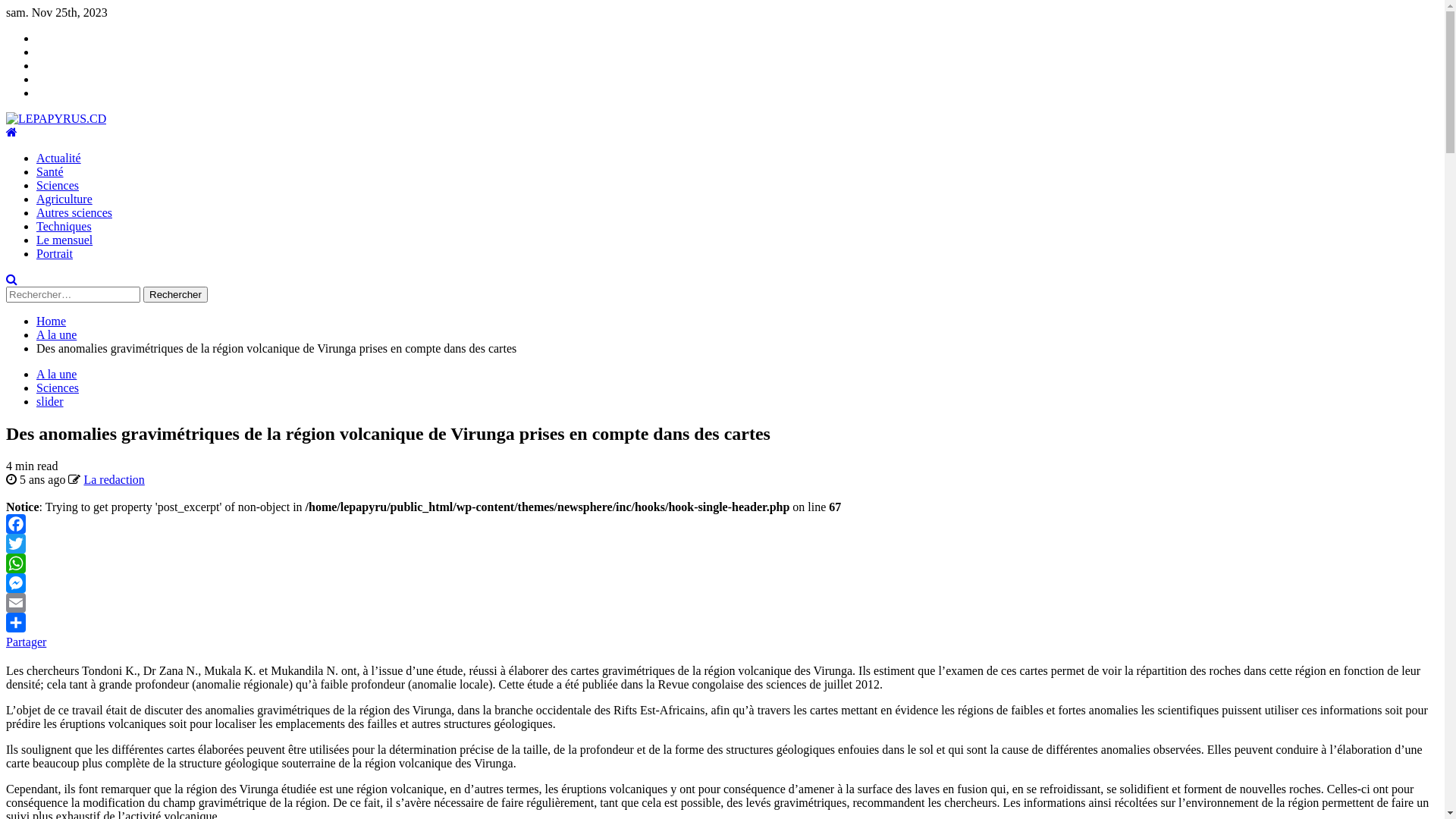 This screenshot has width=1456, height=819. I want to click on 'A la une', so click(56, 374).